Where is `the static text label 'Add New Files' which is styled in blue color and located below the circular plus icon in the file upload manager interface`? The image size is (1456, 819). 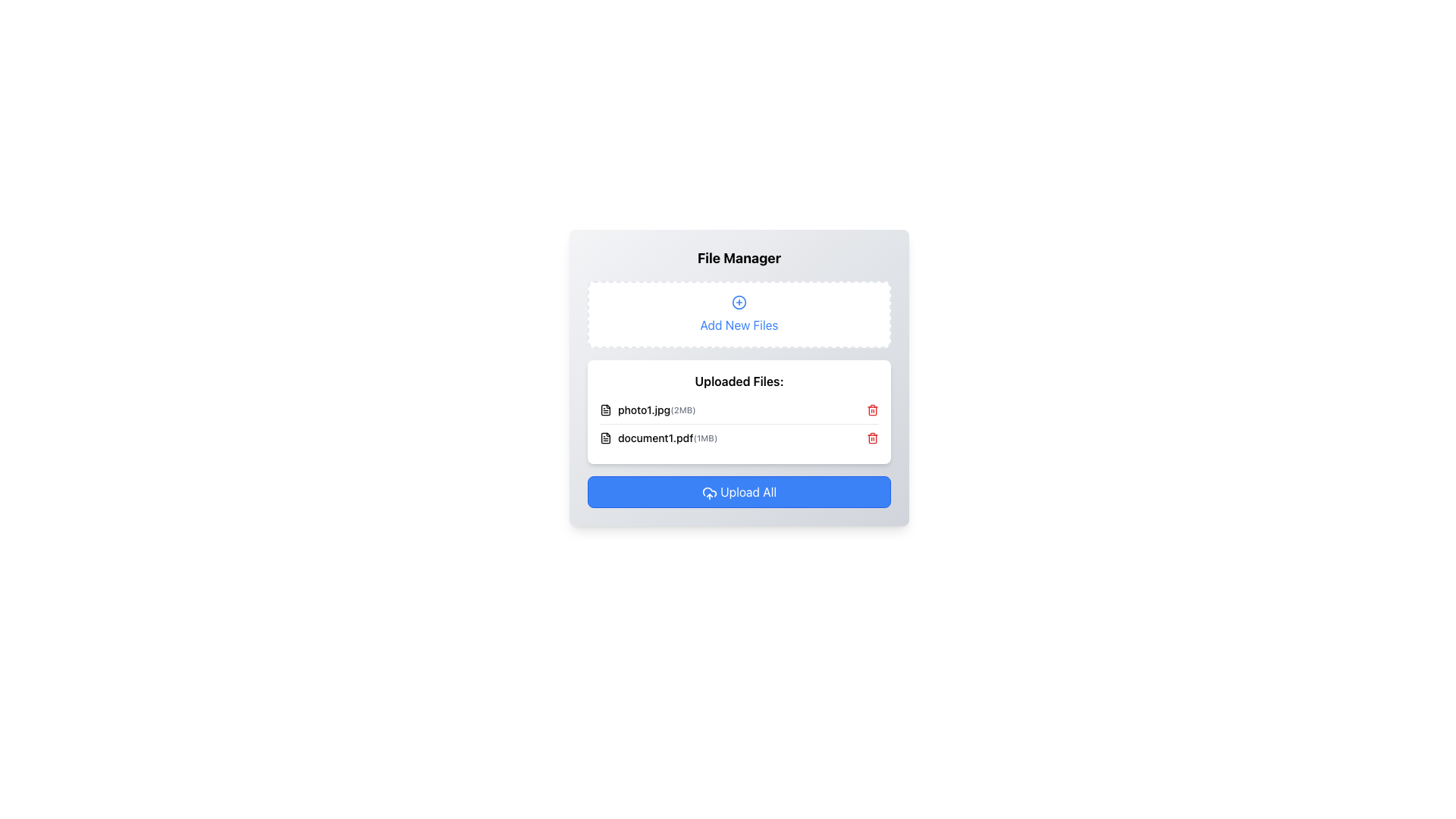
the static text label 'Add New Files' which is styled in blue color and located below the circular plus icon in the file upload manager interface is located at coordinates (739, 324).